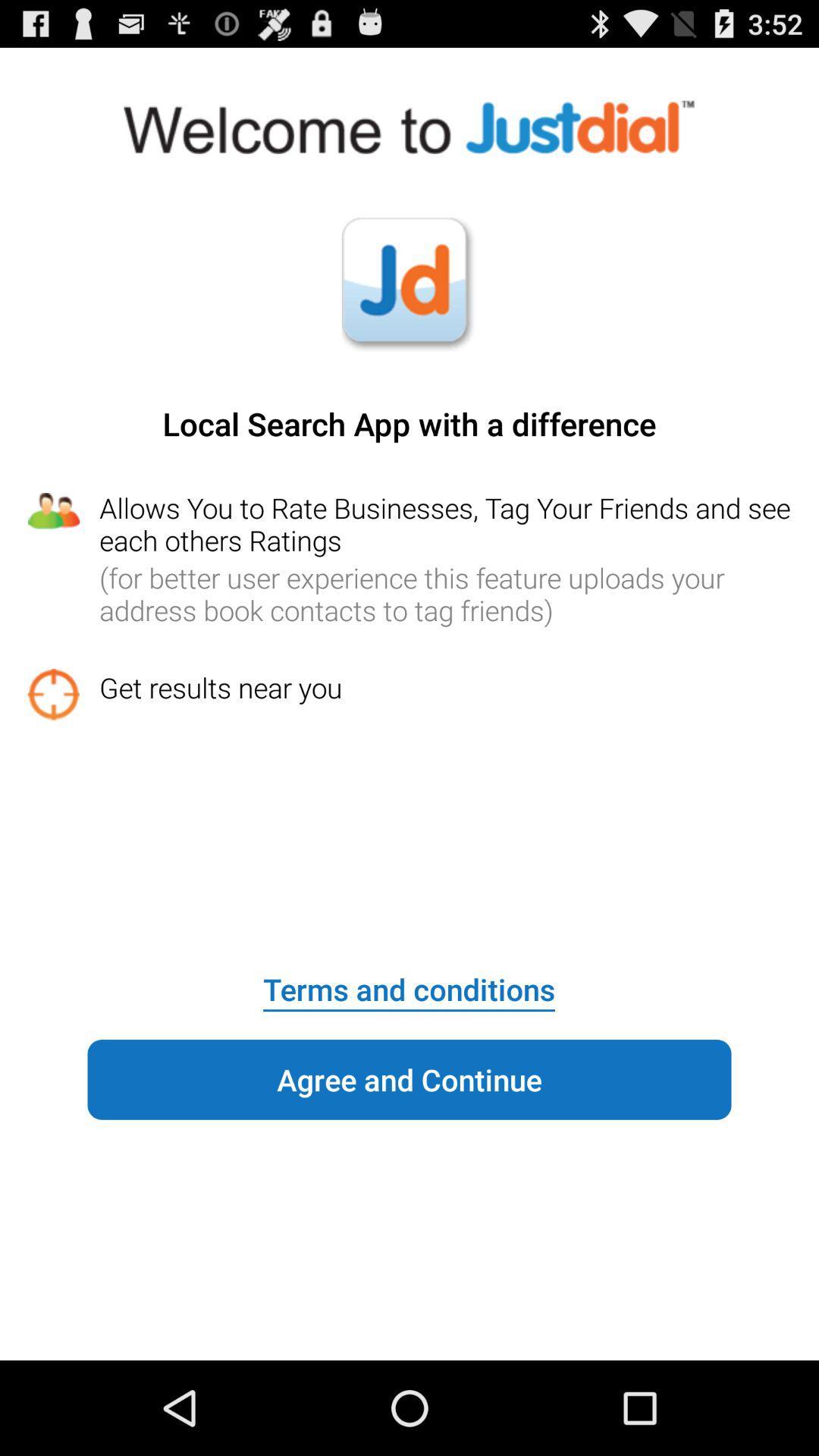 Image resolution: width=819 pixels, height=1456 pixels. I want to click on terms and conditions item, so click(408, 979).